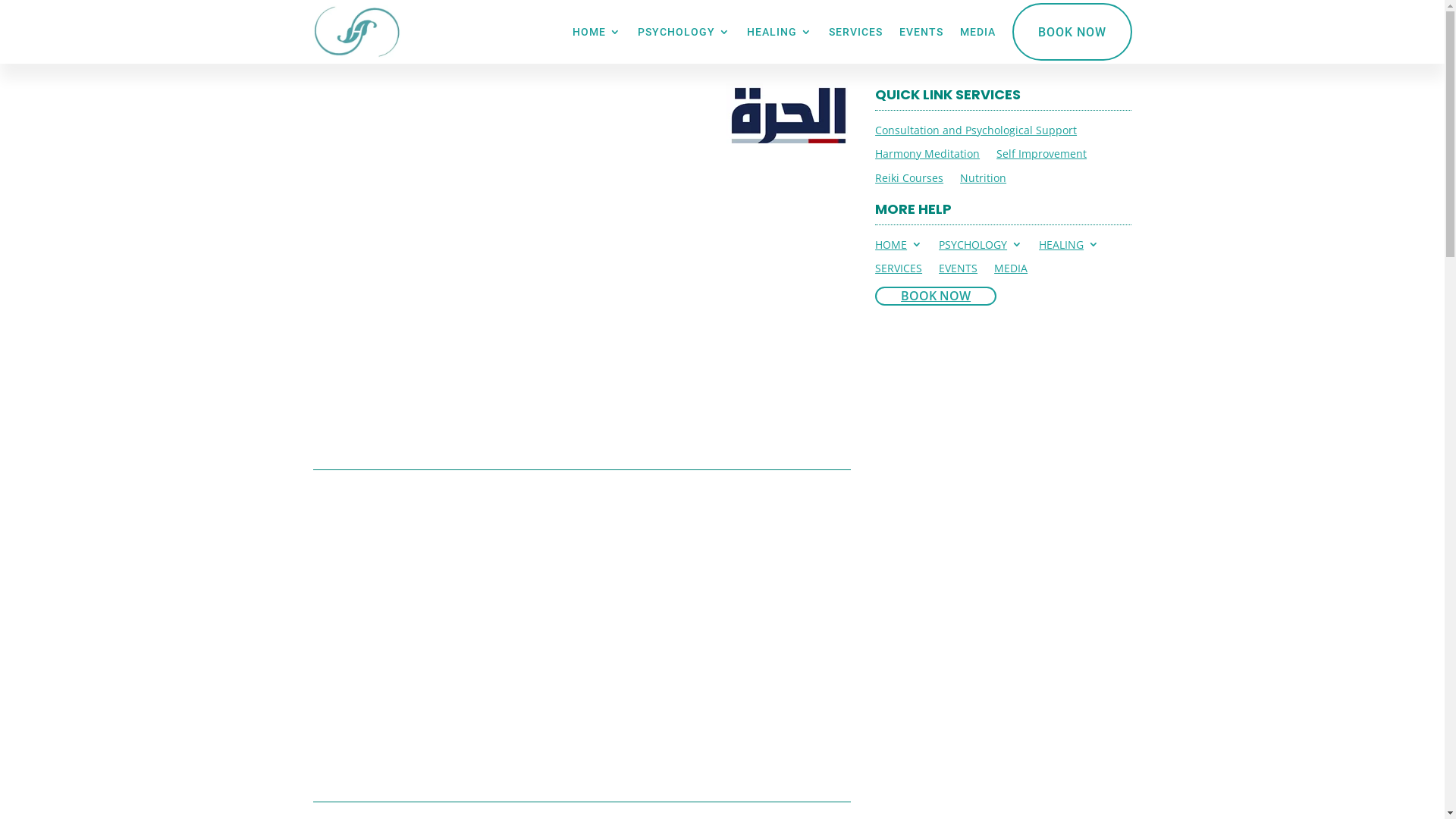  Describe the element at coordinates (899, 246) in the screenshot. I see `'HOME'` at that location.